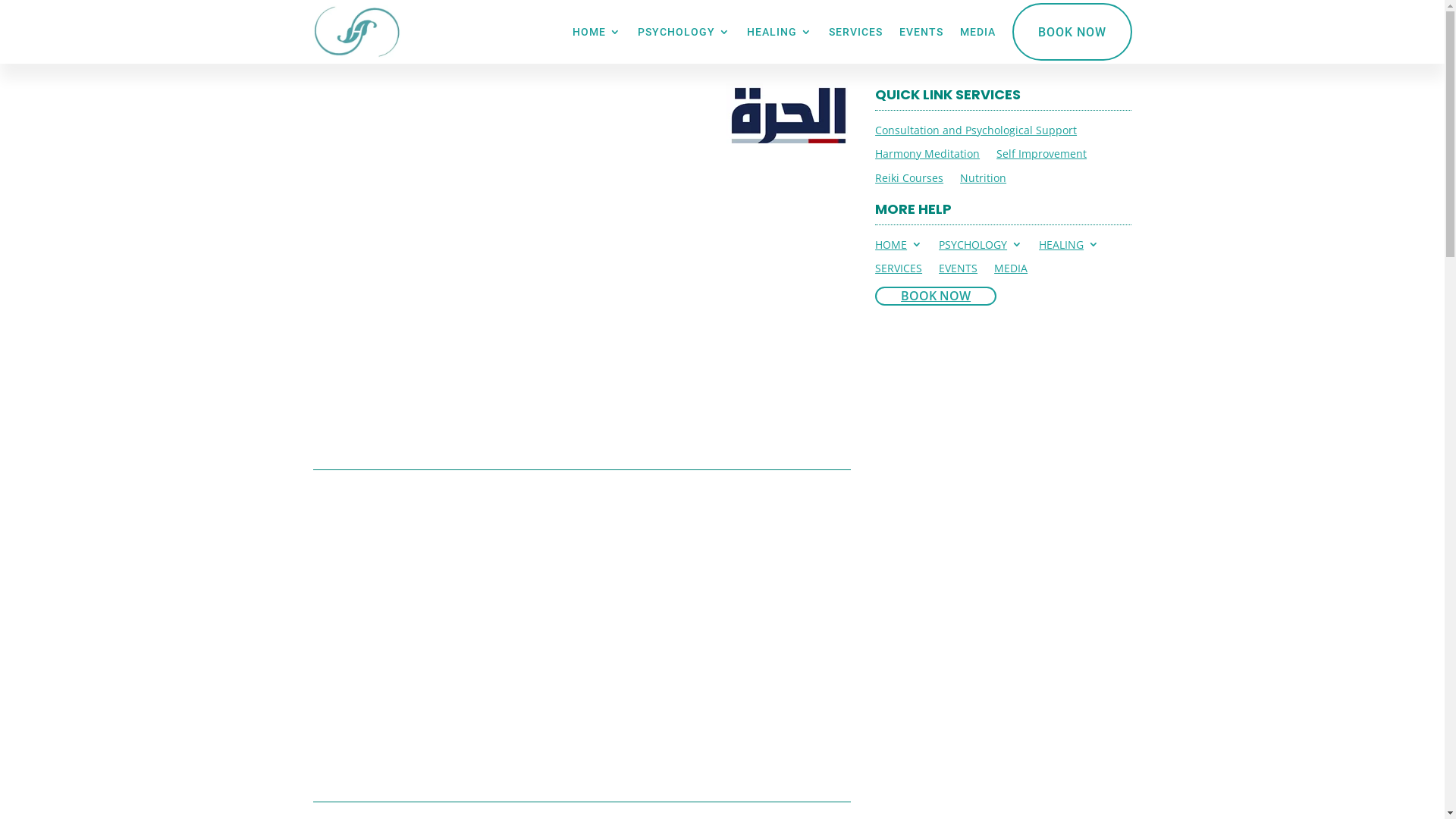  Describe the element at coordinates (899, 246) in the screenshot. I see `'HOME'` at that location.